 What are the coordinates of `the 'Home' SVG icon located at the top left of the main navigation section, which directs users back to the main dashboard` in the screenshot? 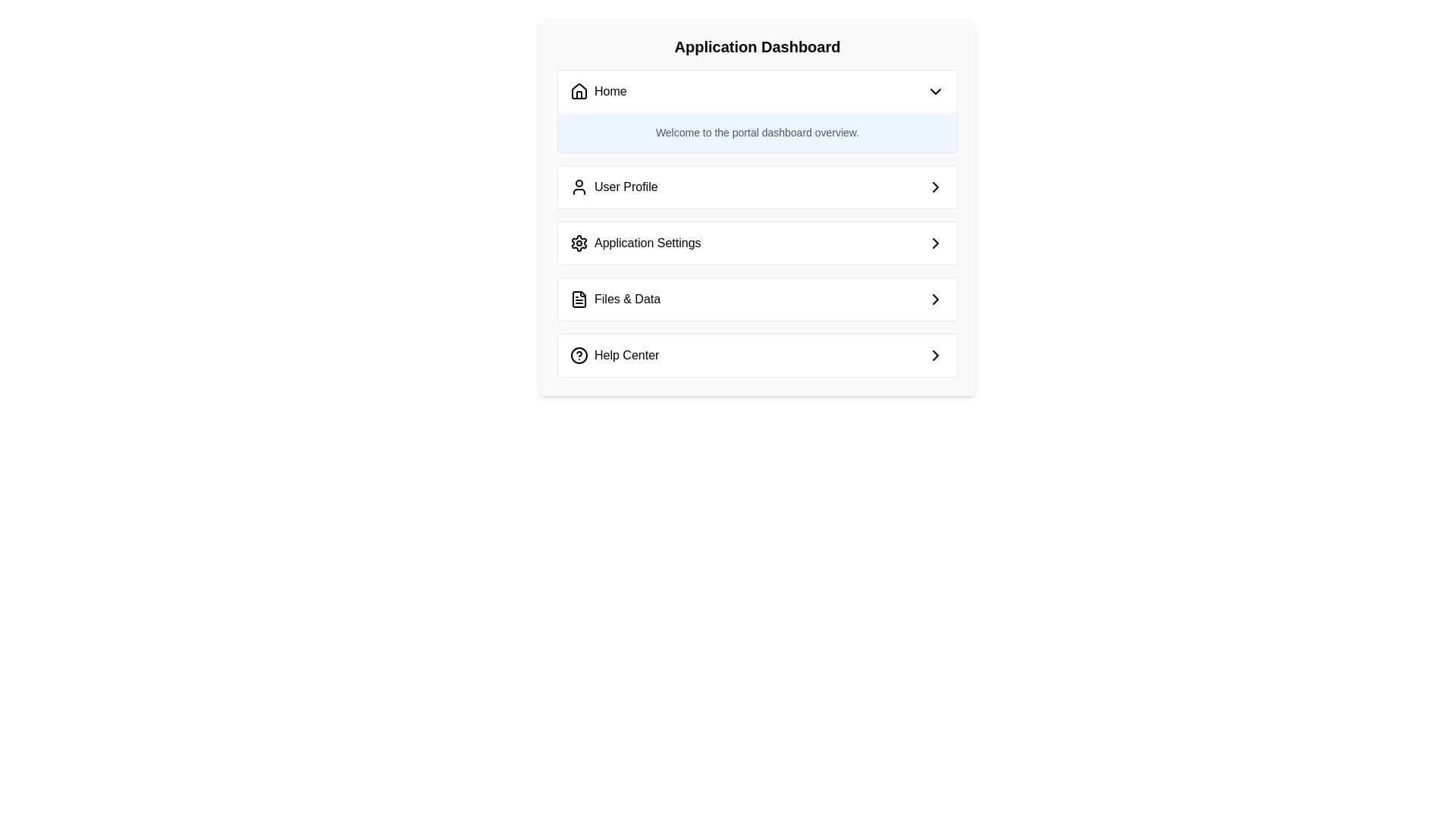 It's located at (578, 91).